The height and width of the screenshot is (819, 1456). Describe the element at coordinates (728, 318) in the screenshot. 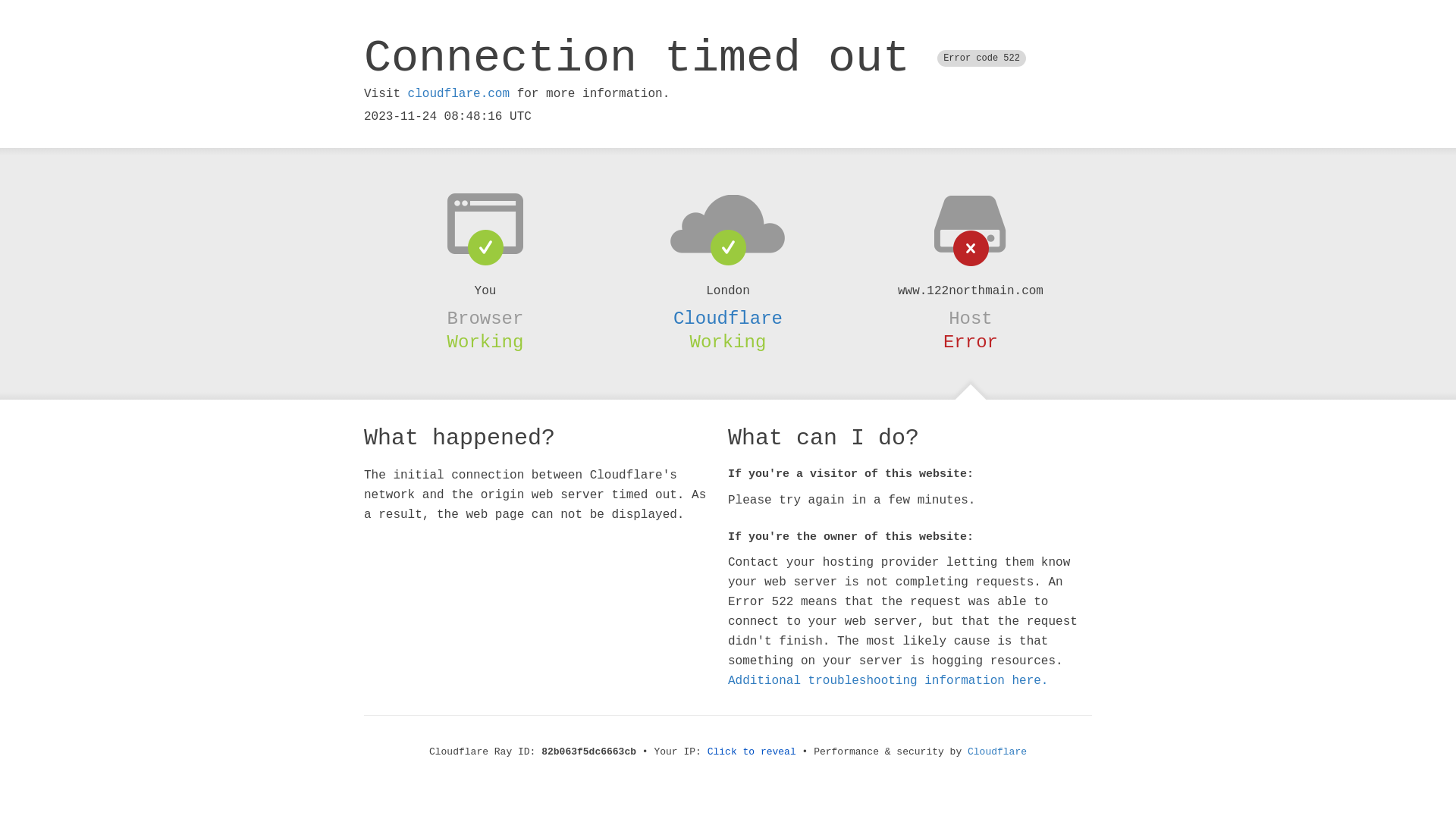

I see `'Cloudflare'` at that location.